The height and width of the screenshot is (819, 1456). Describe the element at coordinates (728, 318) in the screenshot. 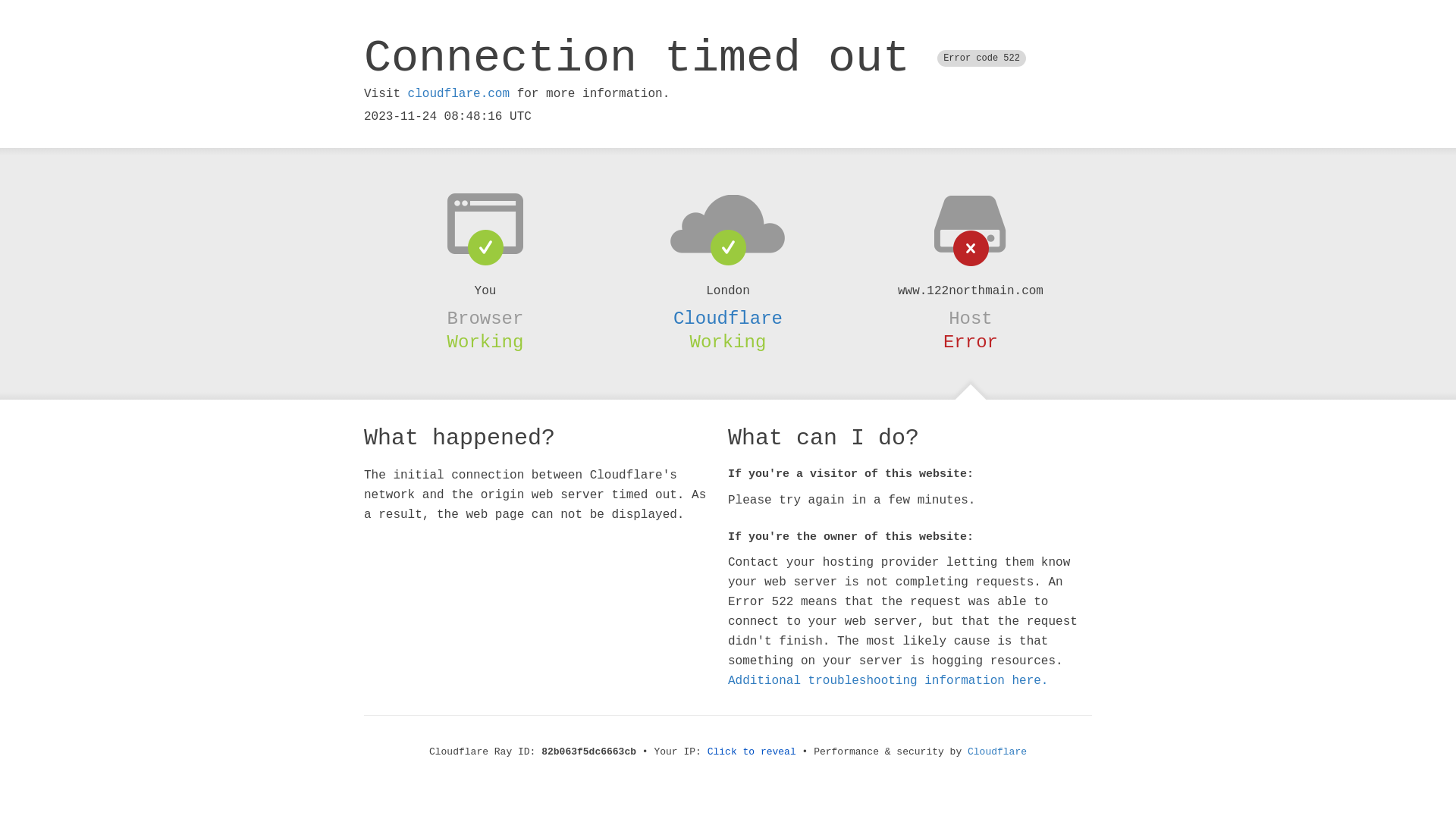

I see `'Cloudflare'` at that location.